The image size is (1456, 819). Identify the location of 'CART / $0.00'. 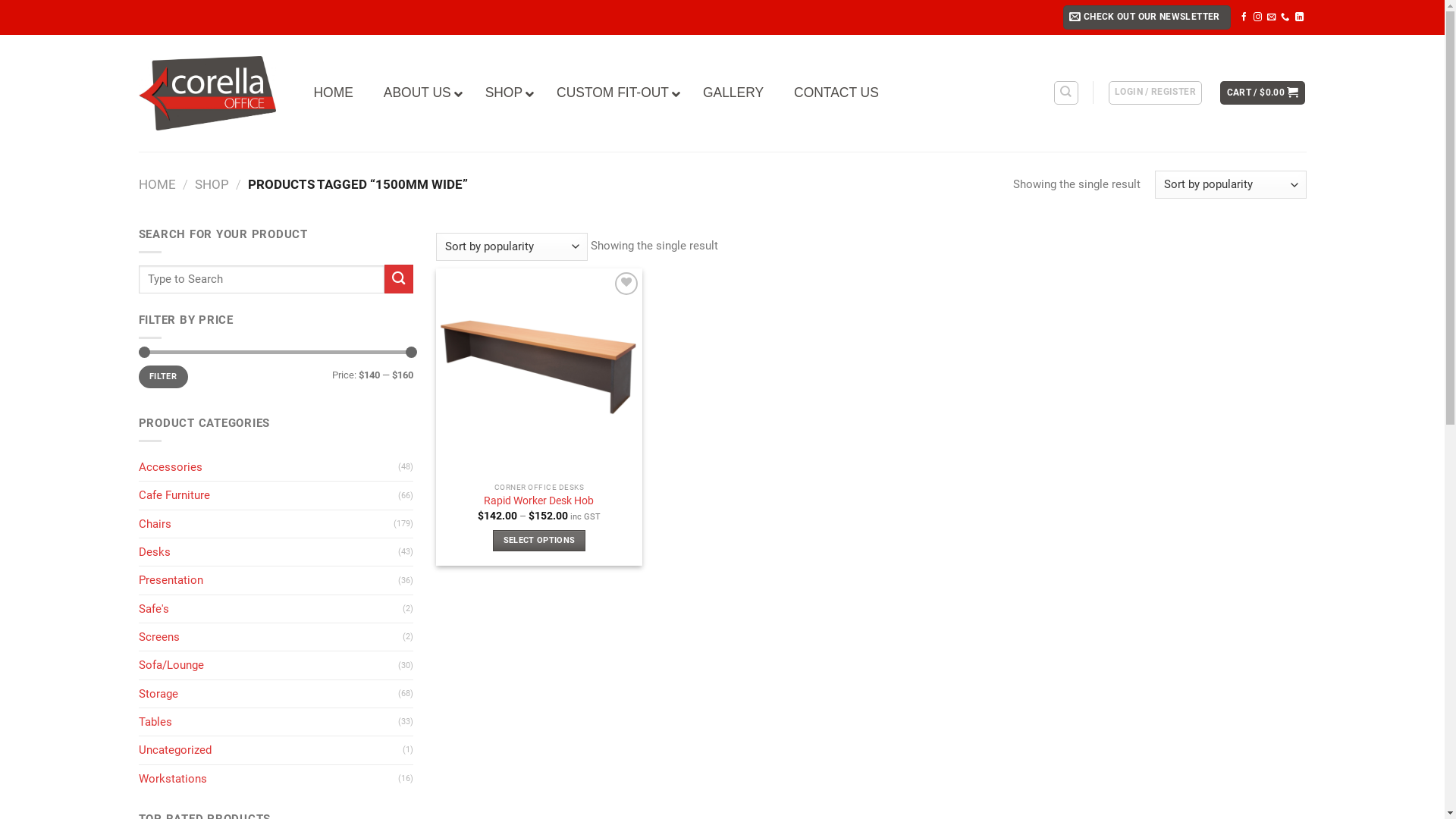
(1263, 93).